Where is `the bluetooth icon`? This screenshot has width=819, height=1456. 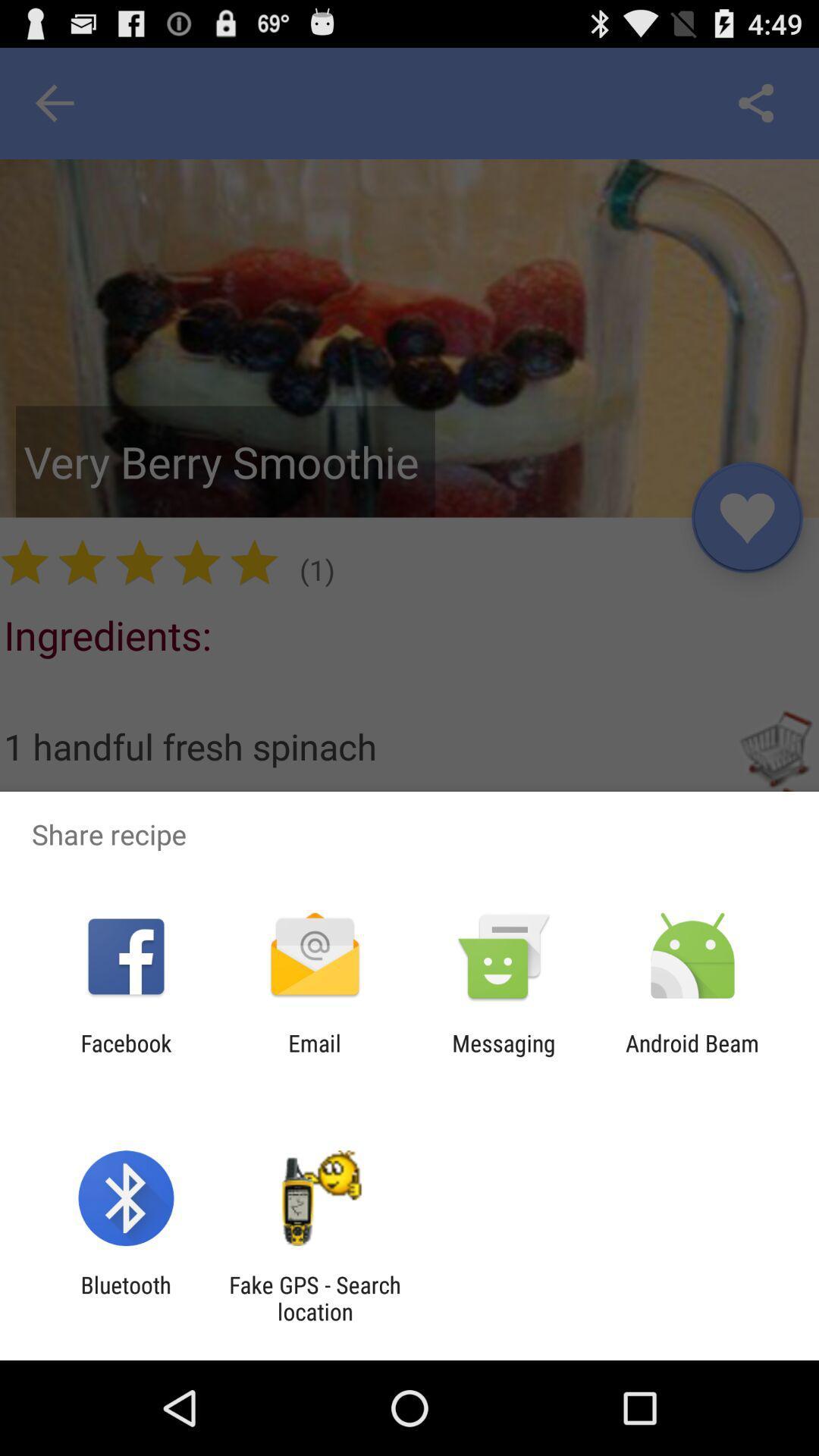 the bluetooth icon is located at coordinates (125, 1298).